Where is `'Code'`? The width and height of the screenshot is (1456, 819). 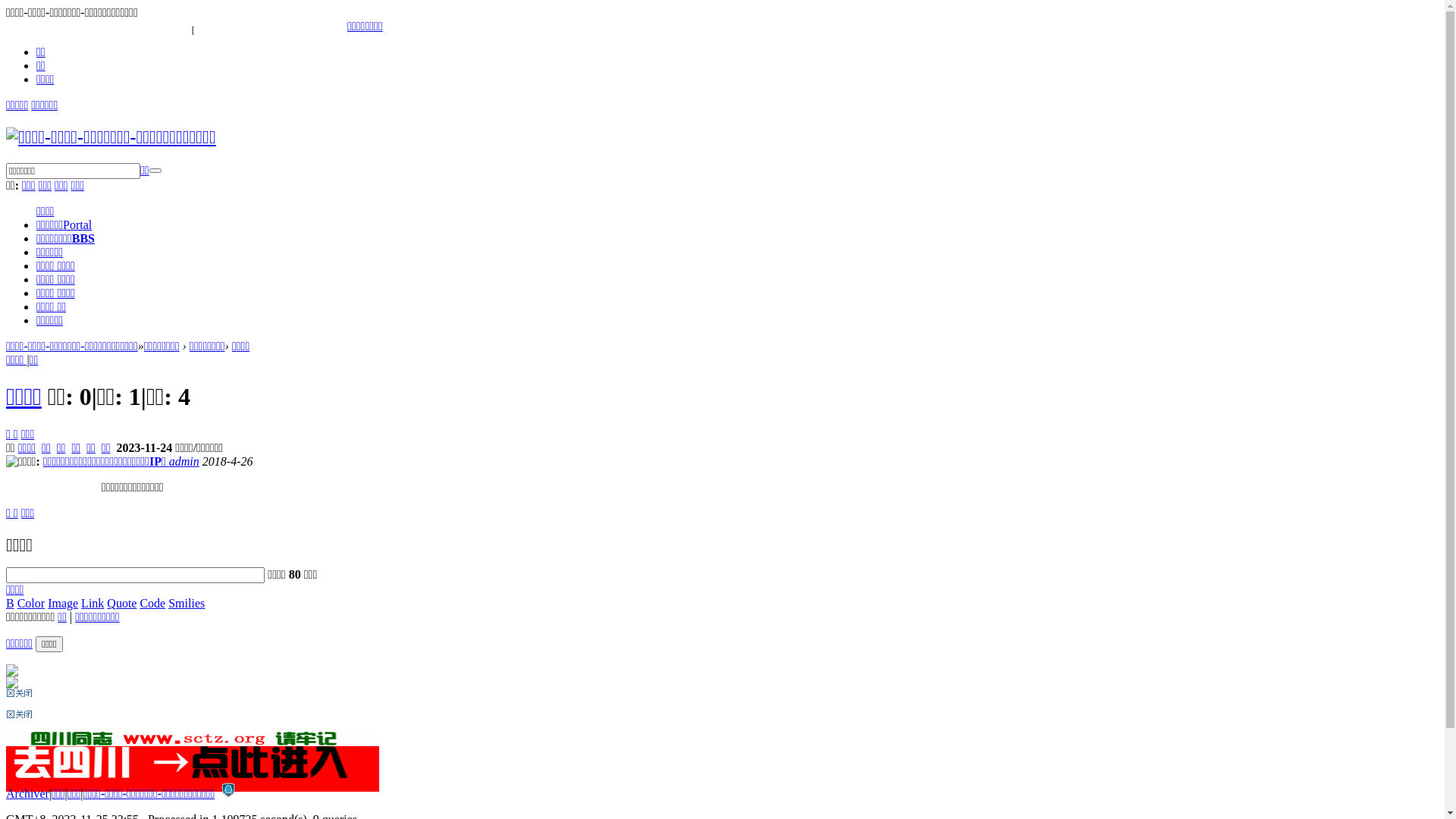
'Code' is located at coordinates (139, 601).